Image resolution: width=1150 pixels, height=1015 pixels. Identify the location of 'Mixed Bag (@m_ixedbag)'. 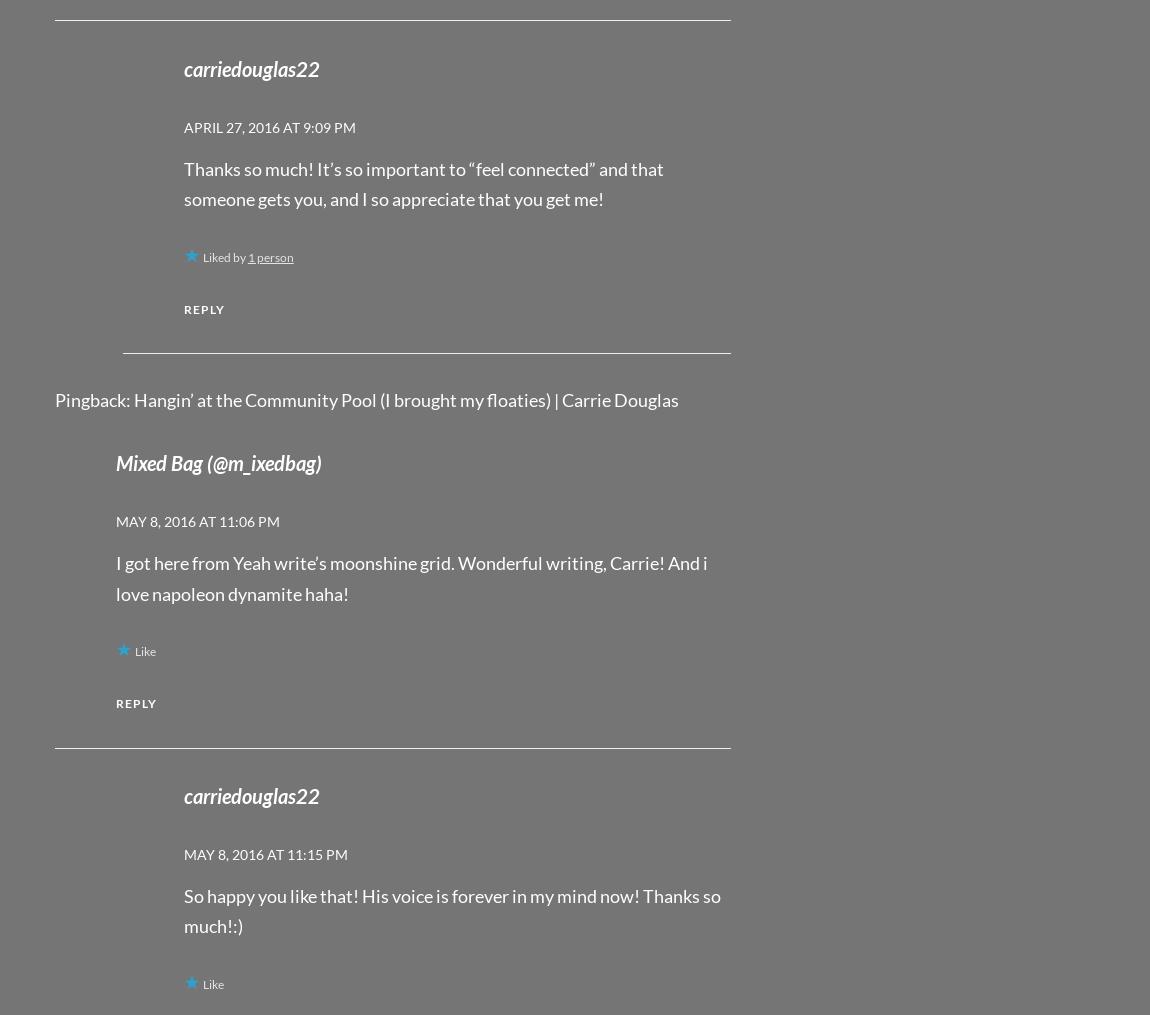
(217, 462).